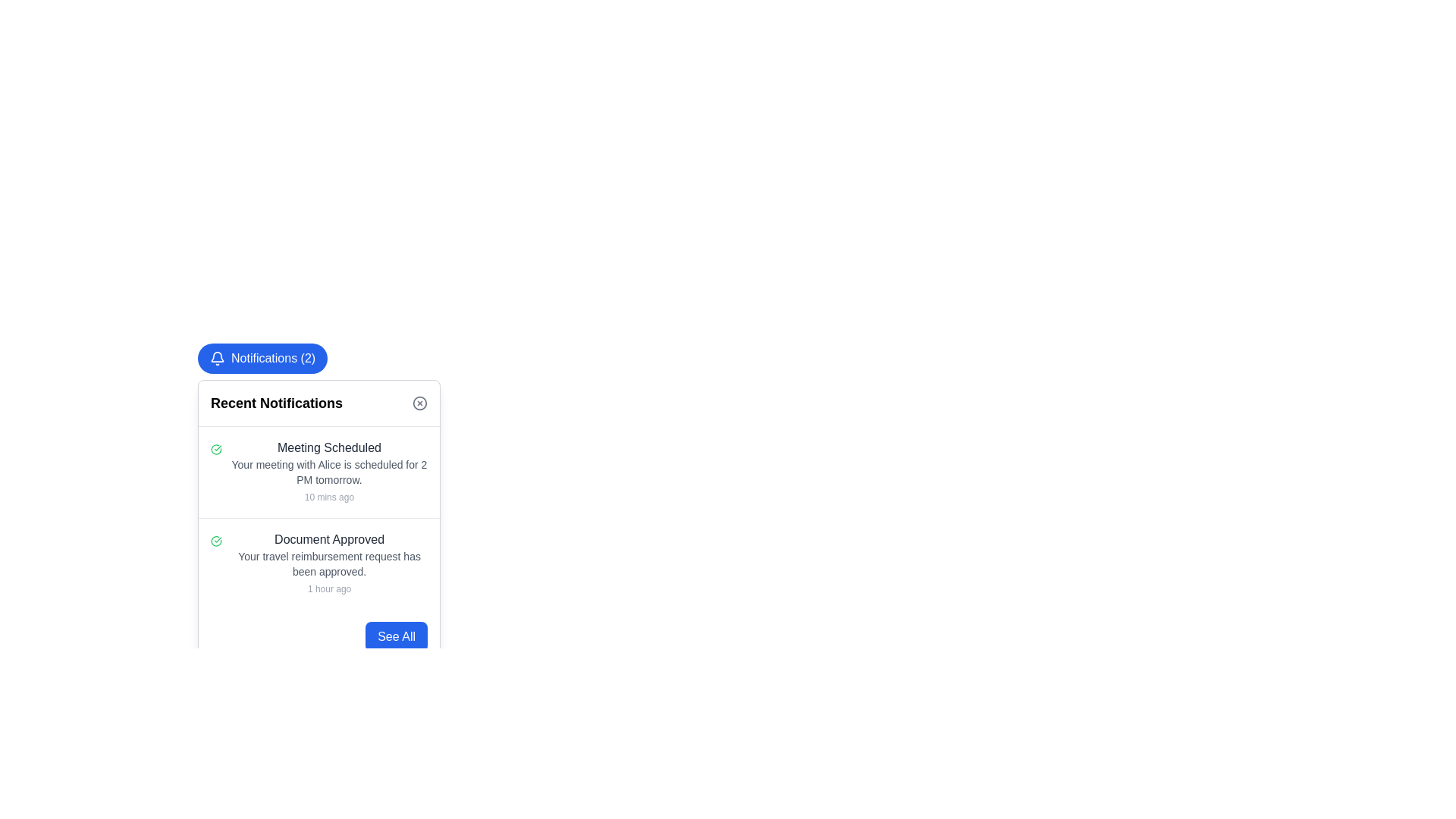 The width and height of the screenshot is (1456, 819). I want to click on the text label that serves as a title for the notification about document approval, located in the second notification row of the 'Recent Notifications' panel, directly below the 'Meeting Scheduled' notification, so click(328, 539).